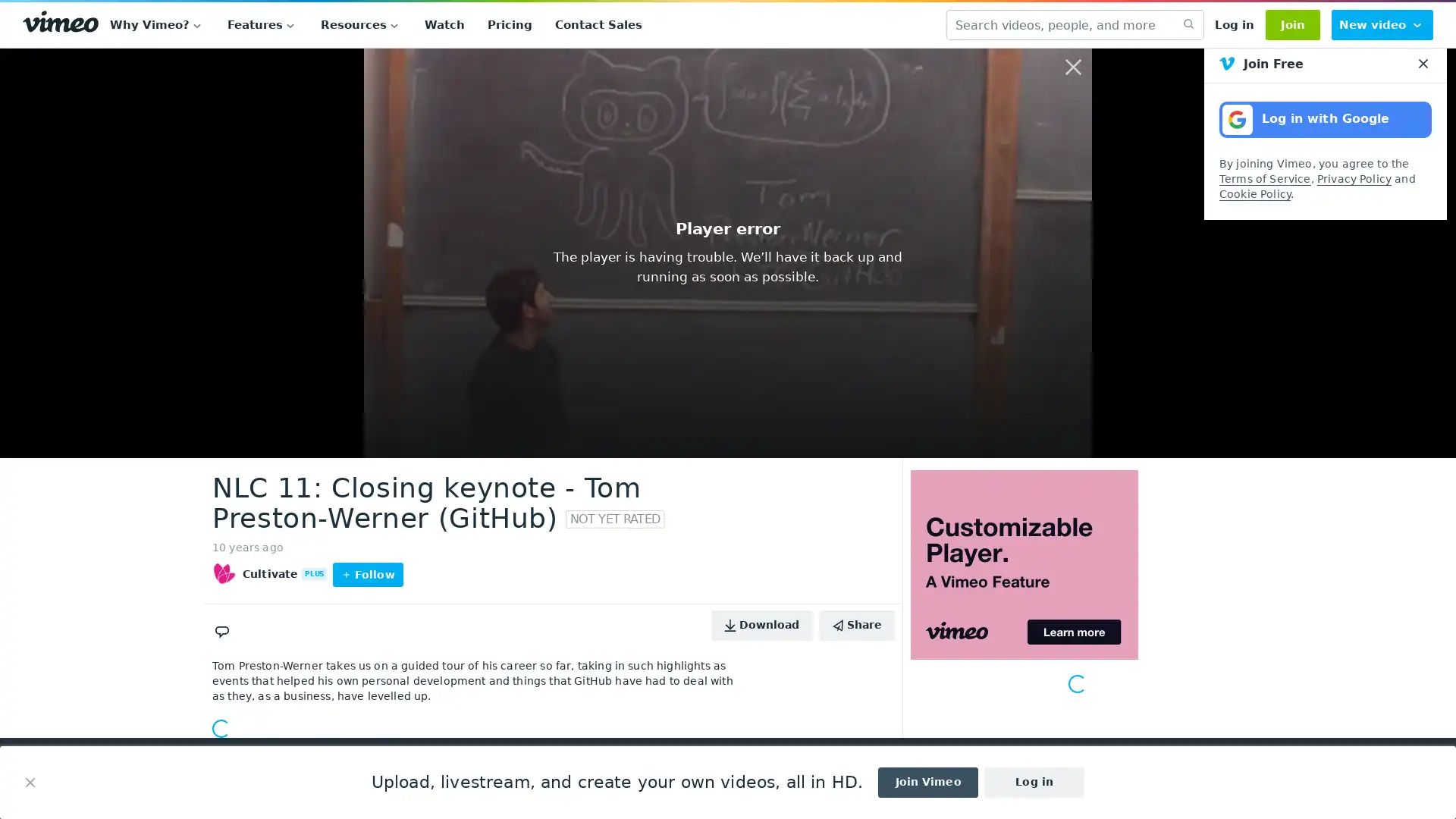 The image size is (1456, 819). What do you see at coordinates (1291, 25) in the screenshot?
I see `Join` at bounding box center [1291, 25].